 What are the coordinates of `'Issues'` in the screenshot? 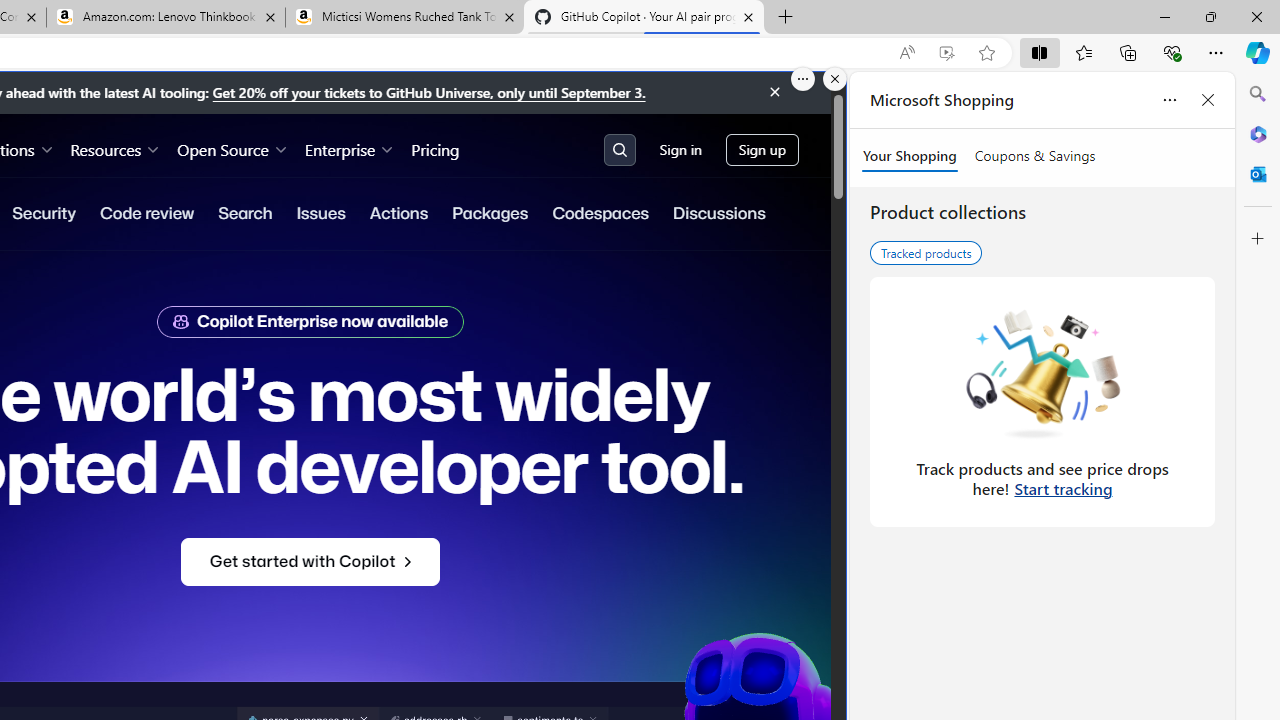 It's located at (320, 213).